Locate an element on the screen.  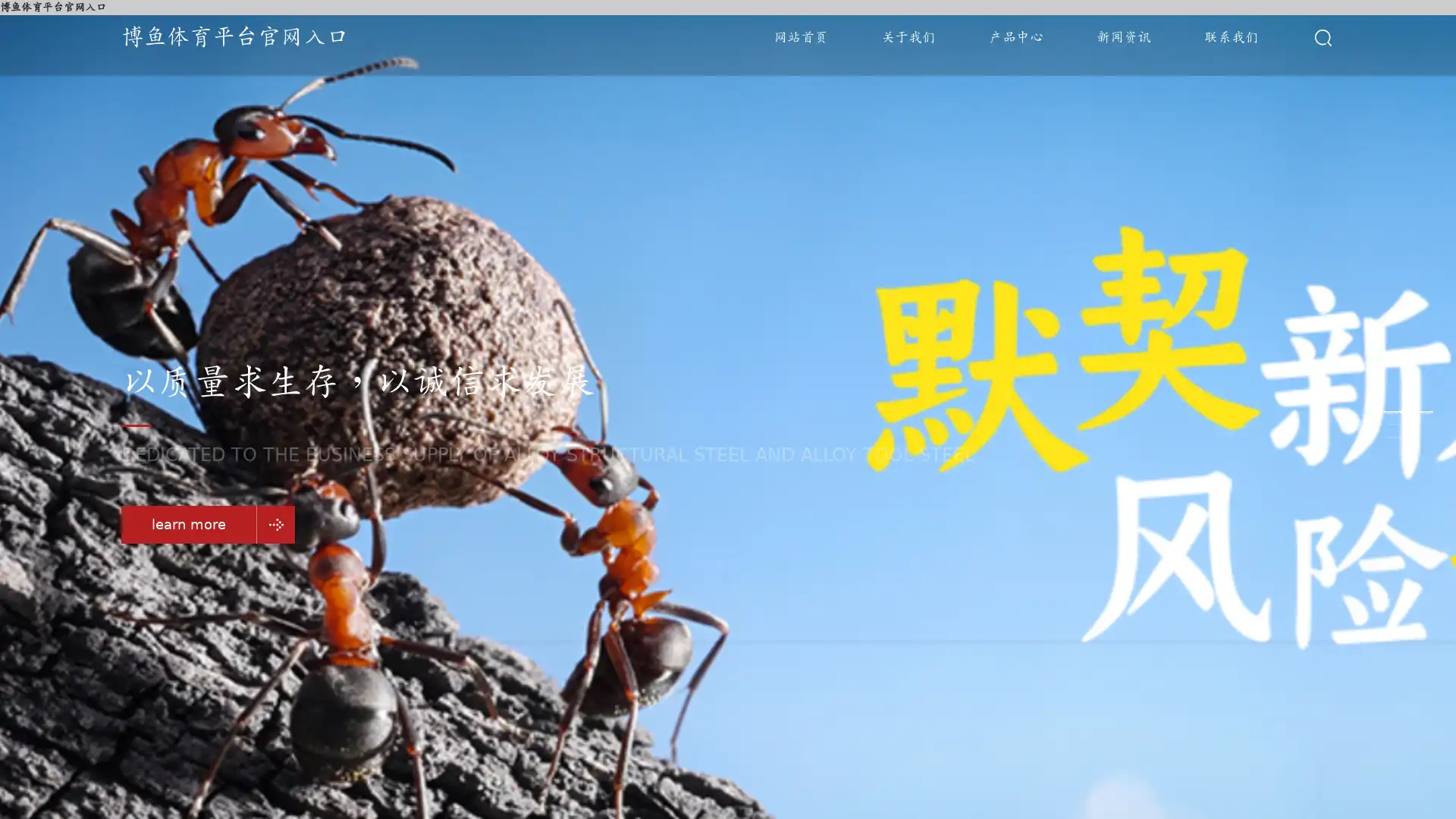
Go to slide 1 is located at coordinates (1401, 412).